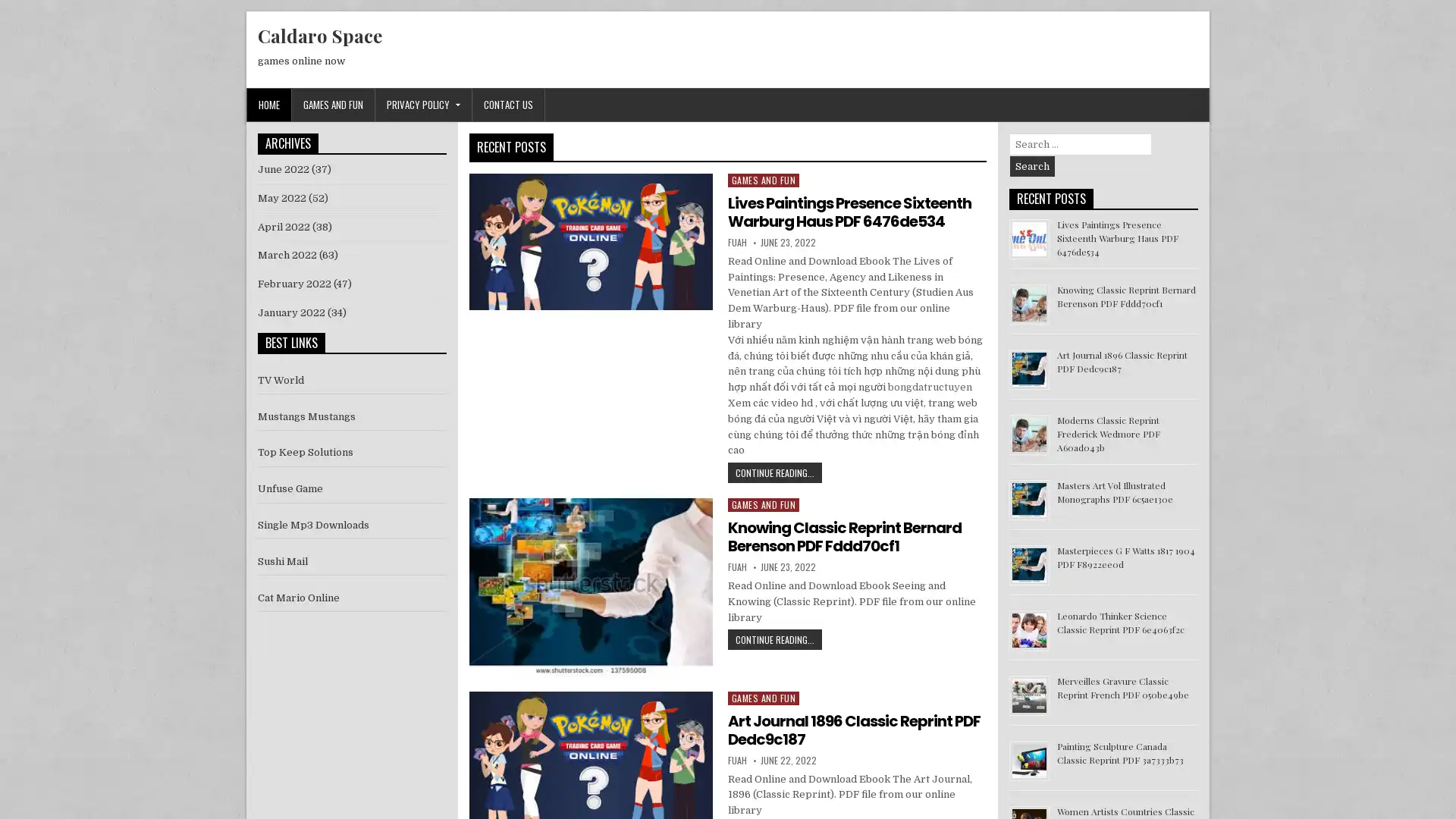  What do you see at coordinates (1031, 166) in the screenshot?
I see `Search` at bounding box center [1031, 166].